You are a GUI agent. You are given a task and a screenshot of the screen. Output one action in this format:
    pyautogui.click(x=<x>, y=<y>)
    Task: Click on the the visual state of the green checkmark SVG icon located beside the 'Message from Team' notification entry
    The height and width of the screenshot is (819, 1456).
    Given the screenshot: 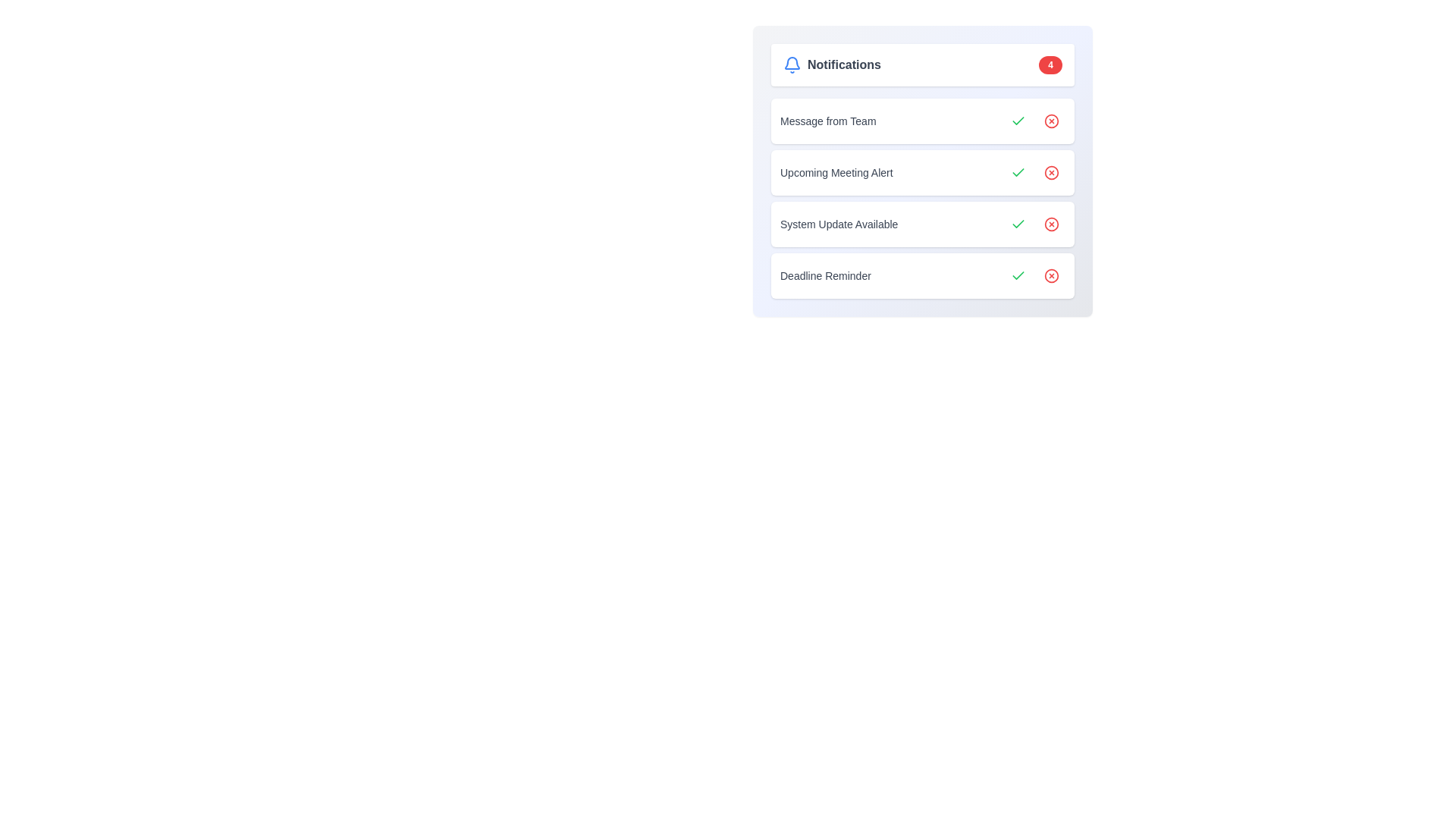 What is the action you would take?
    pyautogui.click(x=1018, y=171)
    